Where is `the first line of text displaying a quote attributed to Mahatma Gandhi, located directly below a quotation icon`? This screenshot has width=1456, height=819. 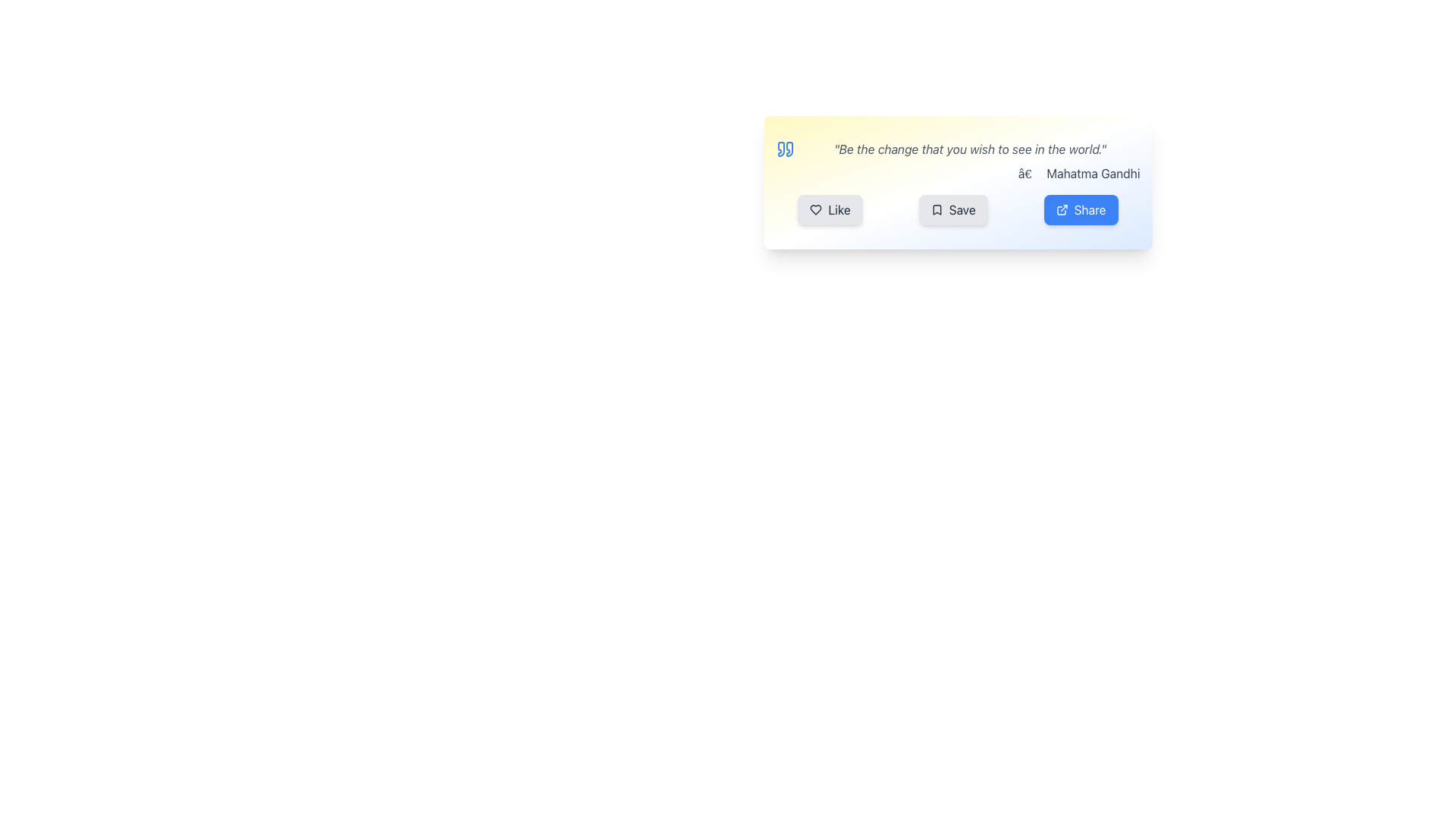
the first line of text displaying a quote attributed to Mahatma Gandhi, located directly below a quotation icon is located at coordinates (957, 149).